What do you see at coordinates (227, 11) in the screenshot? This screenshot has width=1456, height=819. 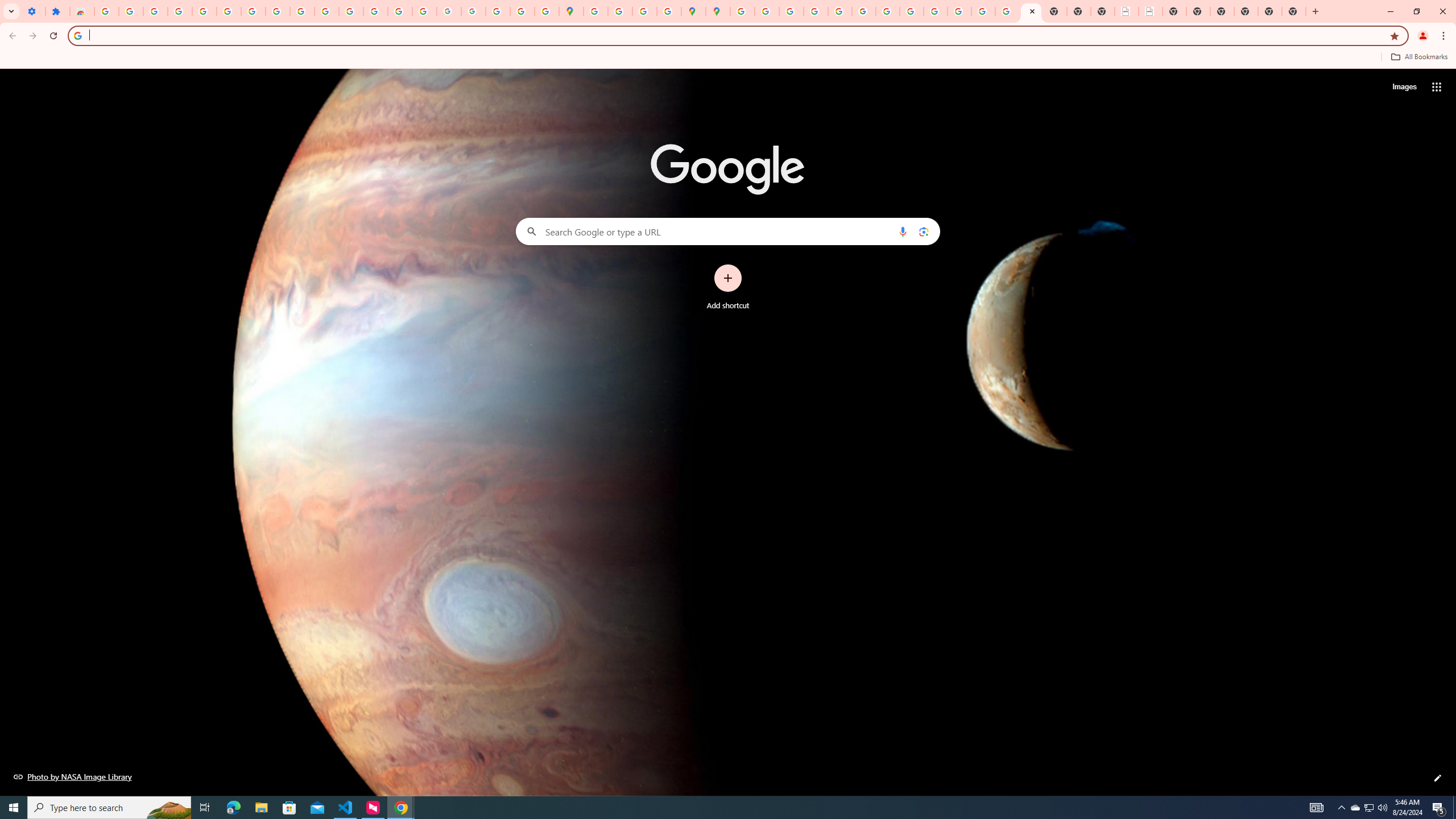 I see `'Sign in - Google Accounts'` at bounding box center [227, 11].